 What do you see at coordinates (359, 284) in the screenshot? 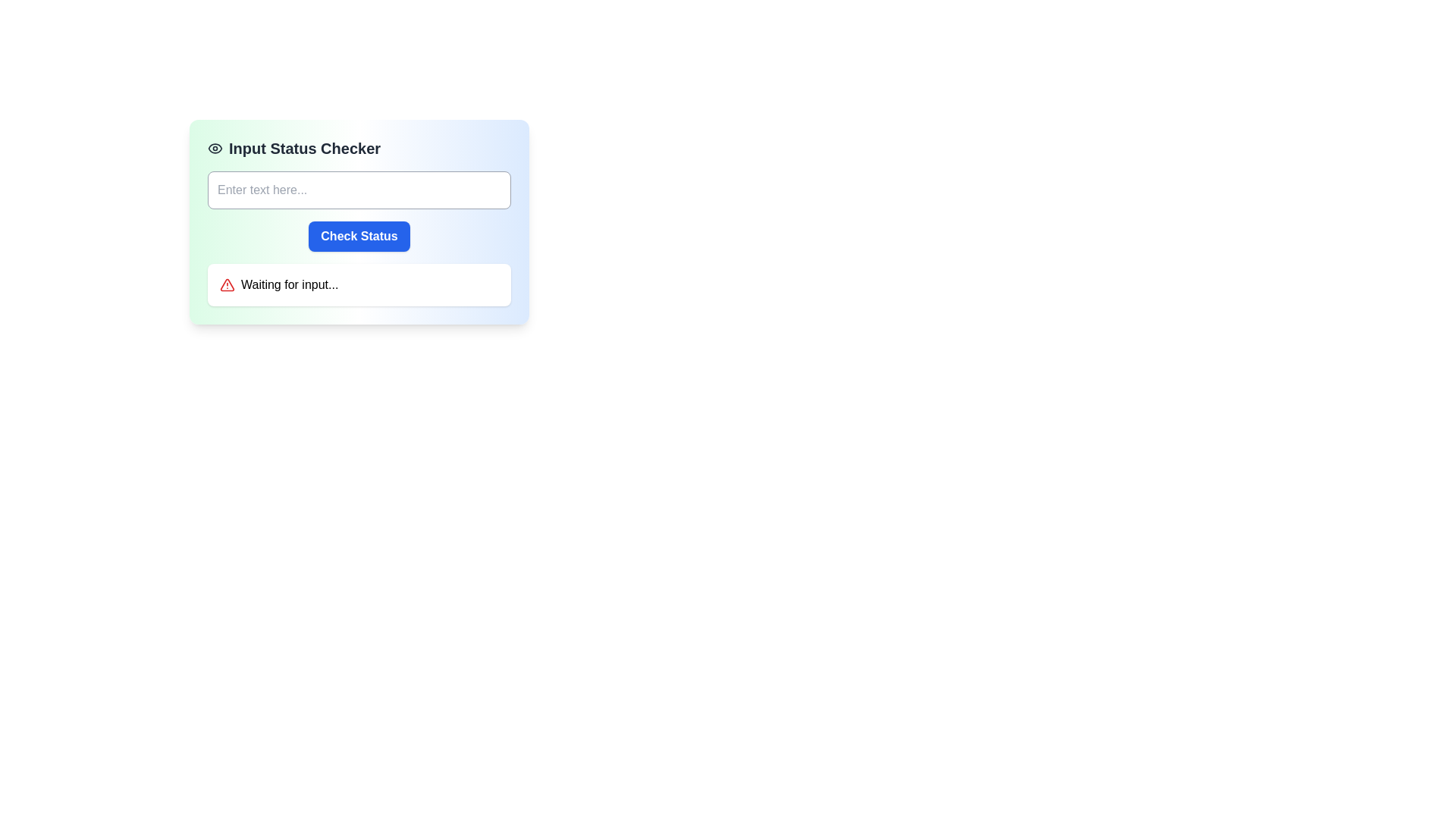
I see `the Status notification bar that indicates 'Waiting for input...'` at bounding box center [359, 284].